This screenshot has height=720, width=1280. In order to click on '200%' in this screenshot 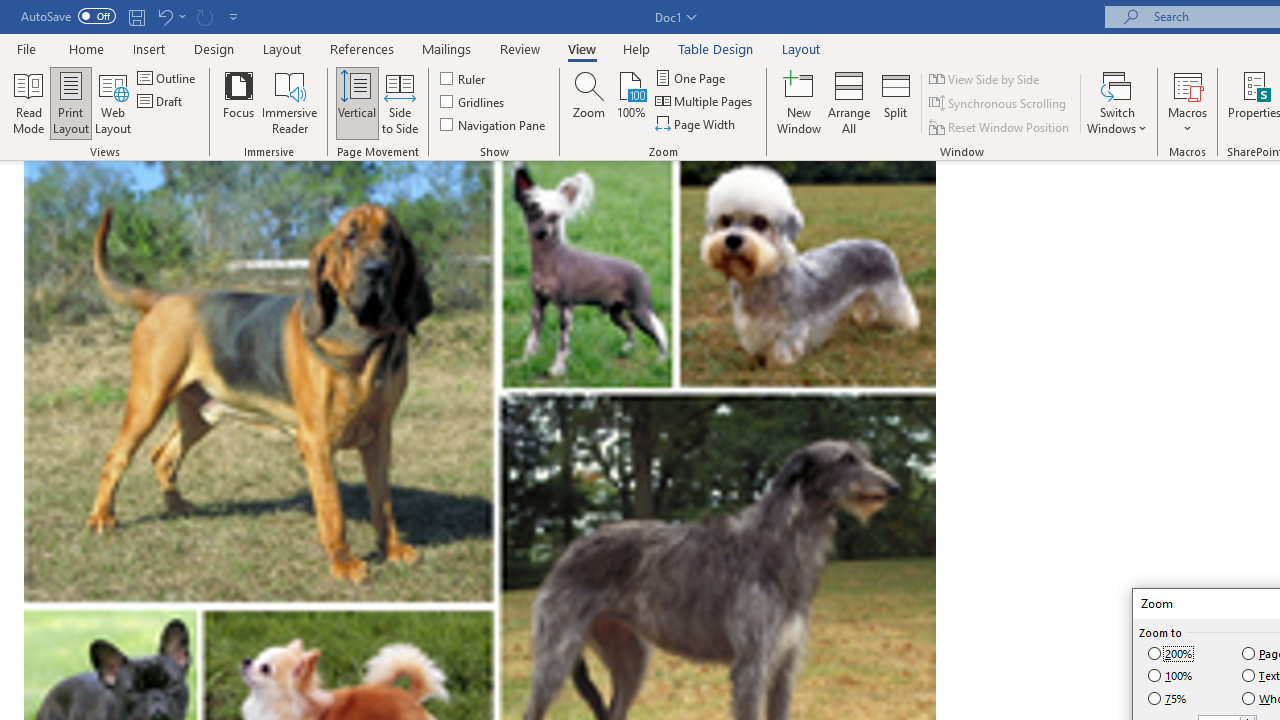, I will do `click(1171, 653)`.